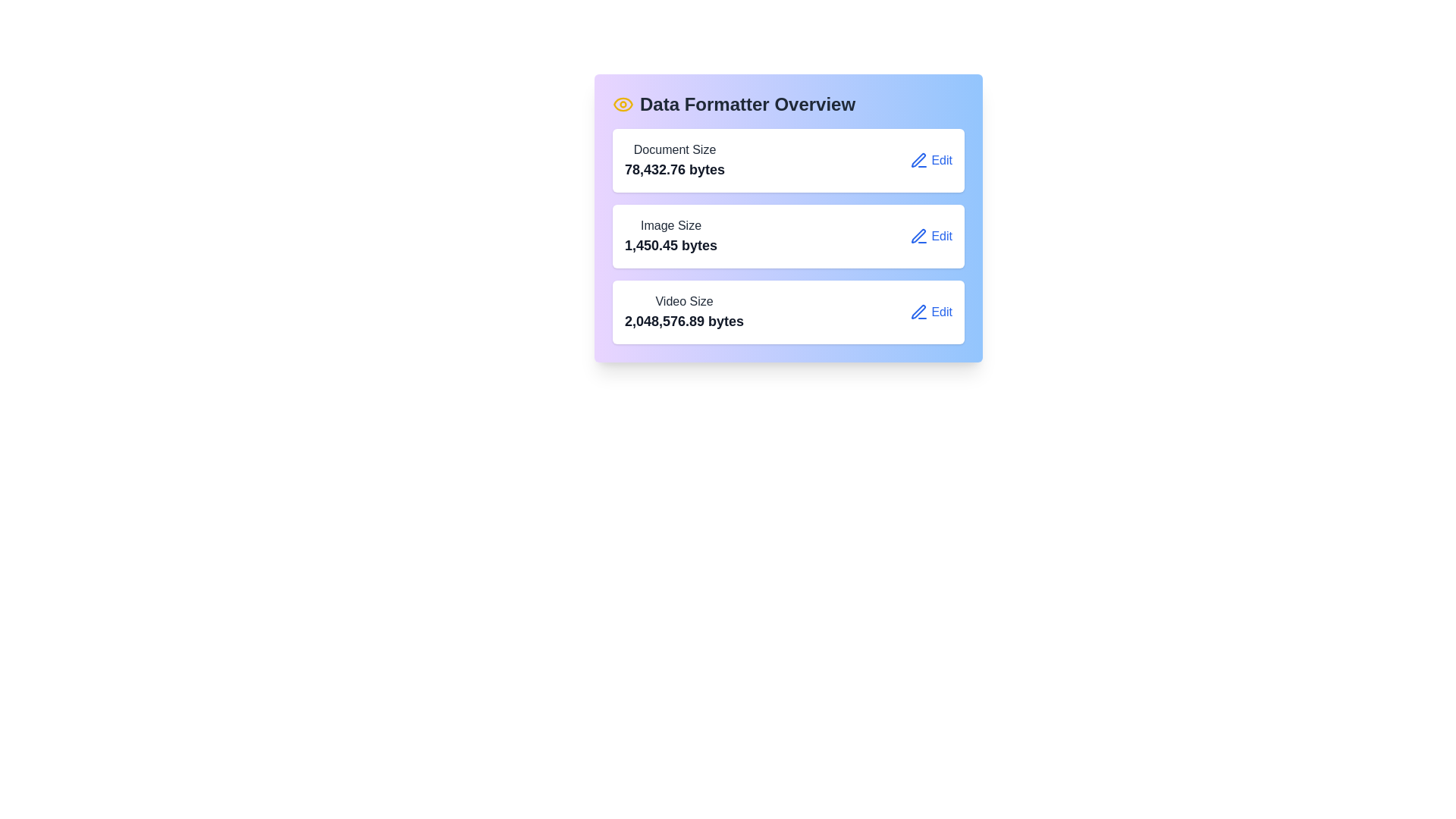  I want to click on the topmost informational card displaying document size in bytes, so click(789, 161).